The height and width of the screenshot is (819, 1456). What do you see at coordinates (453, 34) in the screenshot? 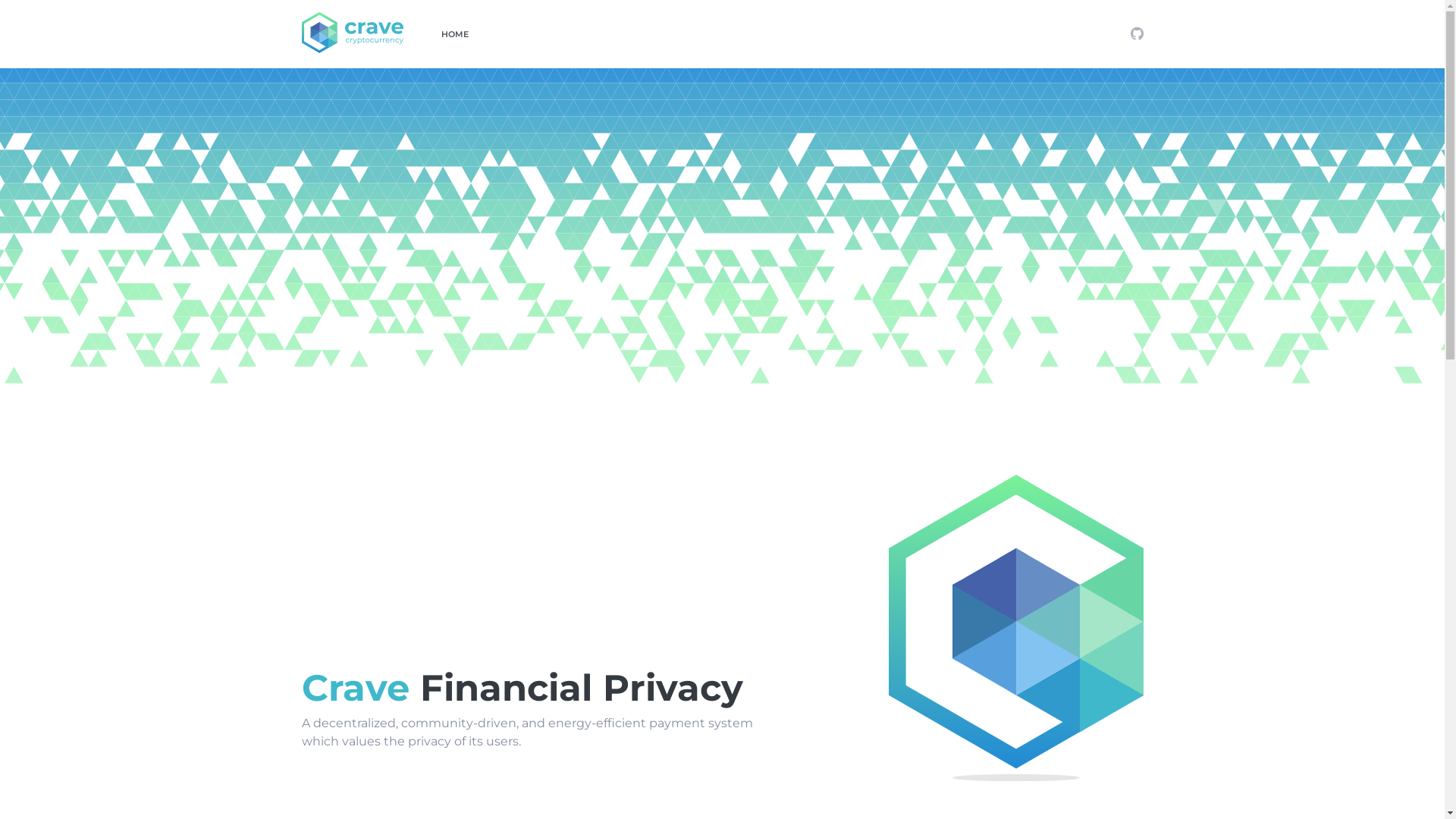
I see `'HOME'` at bounding box center [453, 34].